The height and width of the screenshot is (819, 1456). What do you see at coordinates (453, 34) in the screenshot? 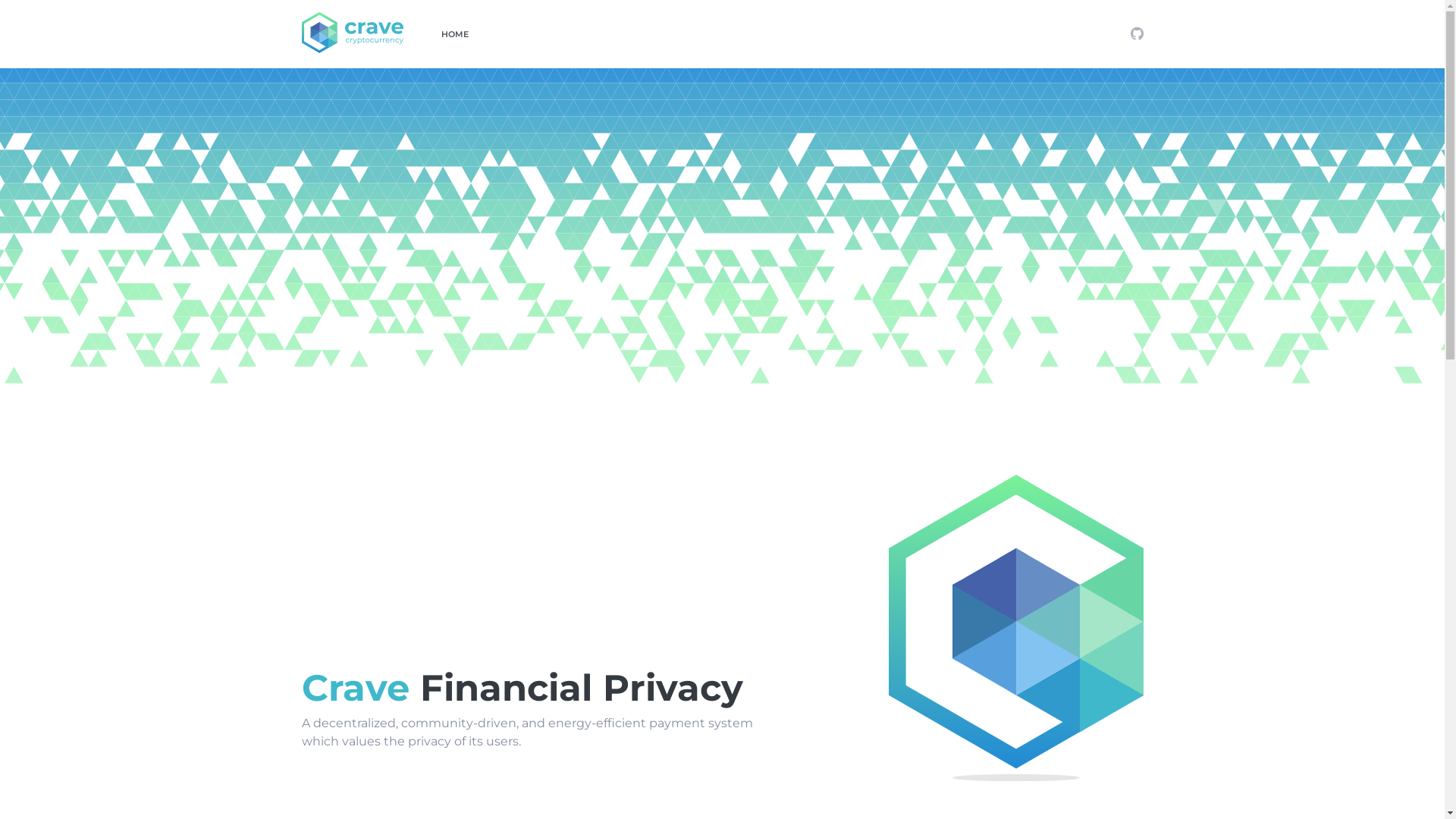
I see `'HOME'` at bounding box center [453, 34].